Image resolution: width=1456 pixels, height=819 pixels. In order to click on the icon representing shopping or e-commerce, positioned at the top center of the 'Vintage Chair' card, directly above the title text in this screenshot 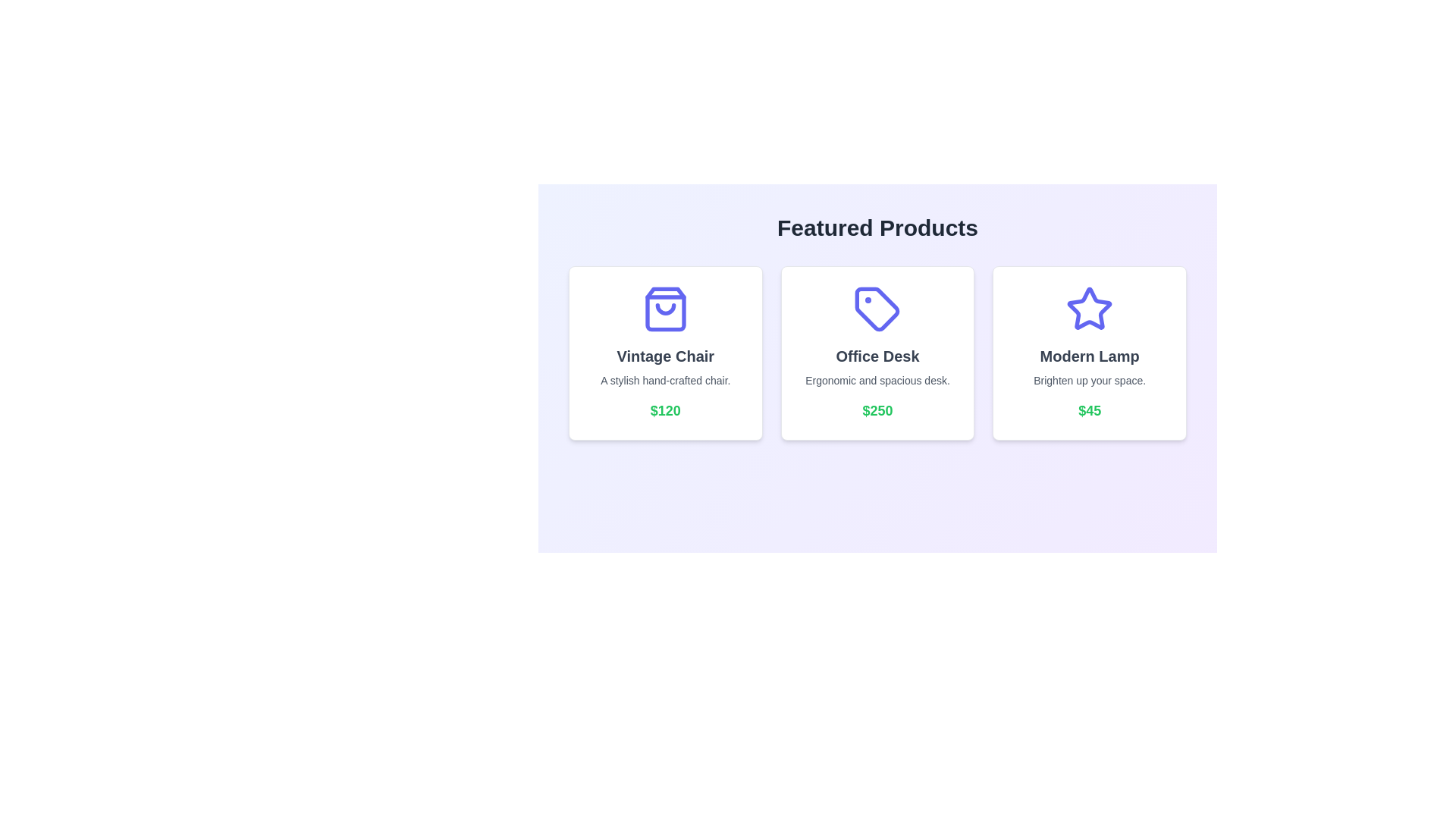, I will do `click(665, 309)`.